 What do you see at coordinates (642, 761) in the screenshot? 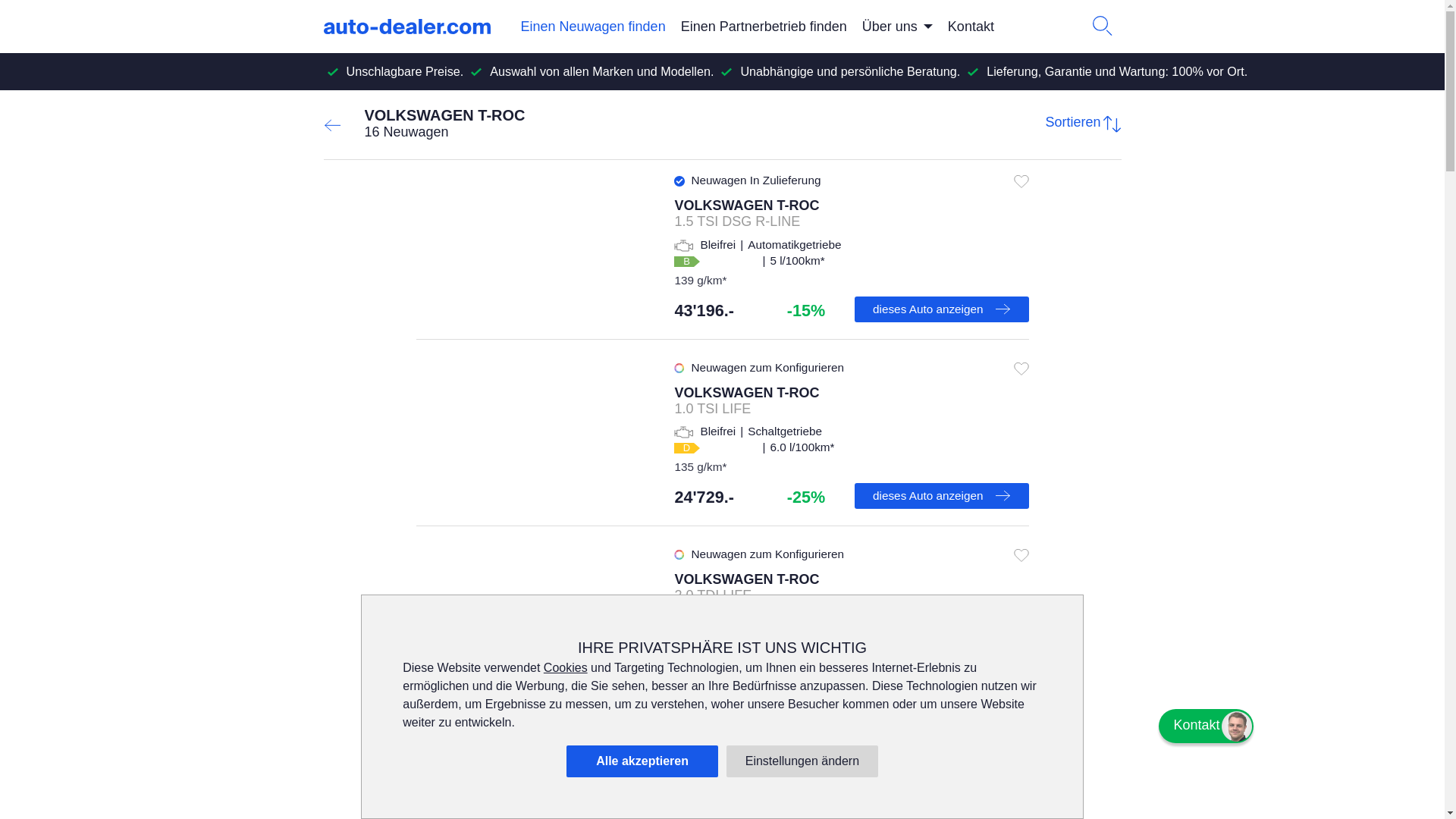
I see `'Alle akzeptieren'` at bounding box center [642, 761].